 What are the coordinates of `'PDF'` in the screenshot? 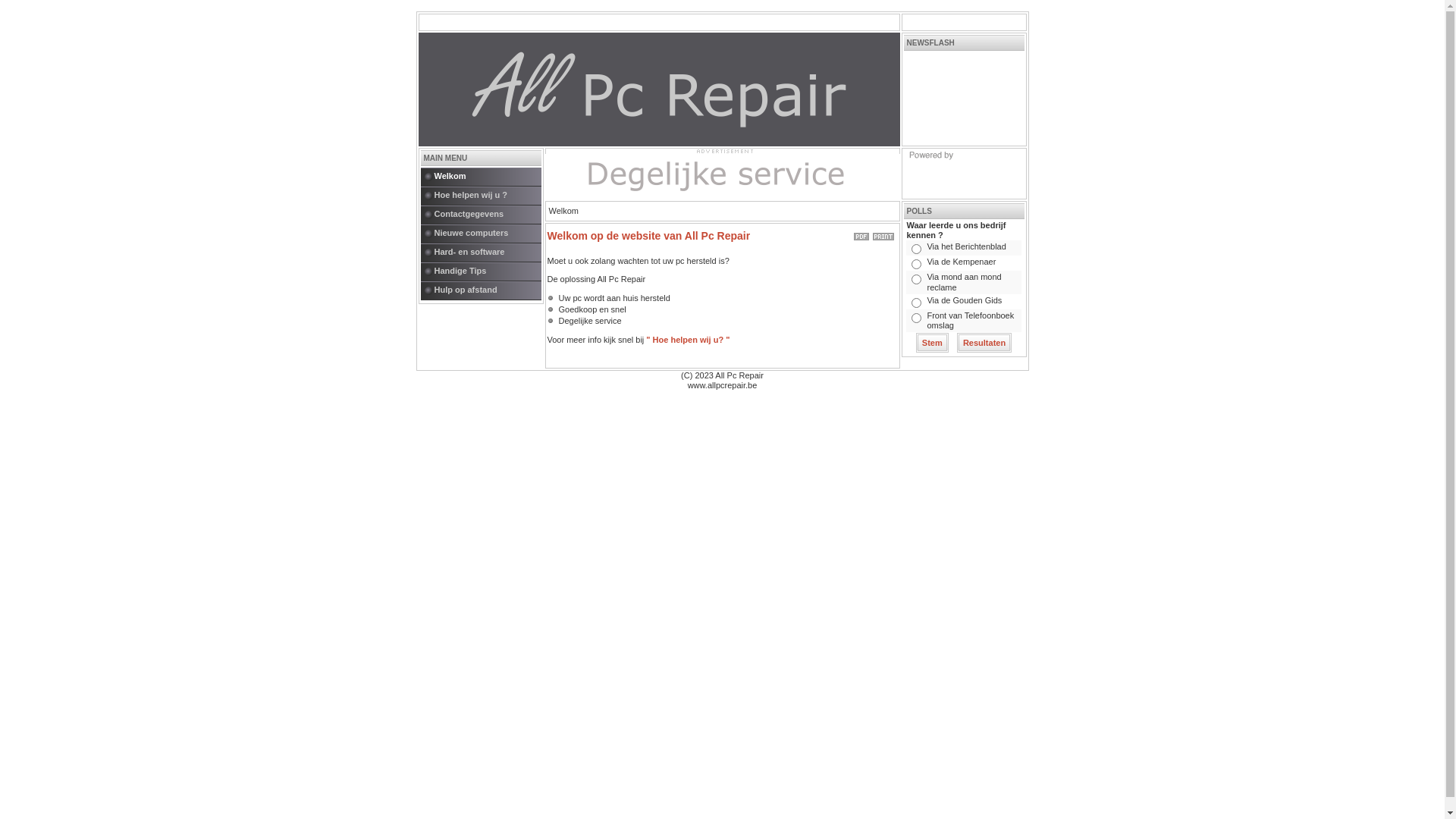 It's located at (861, 234).